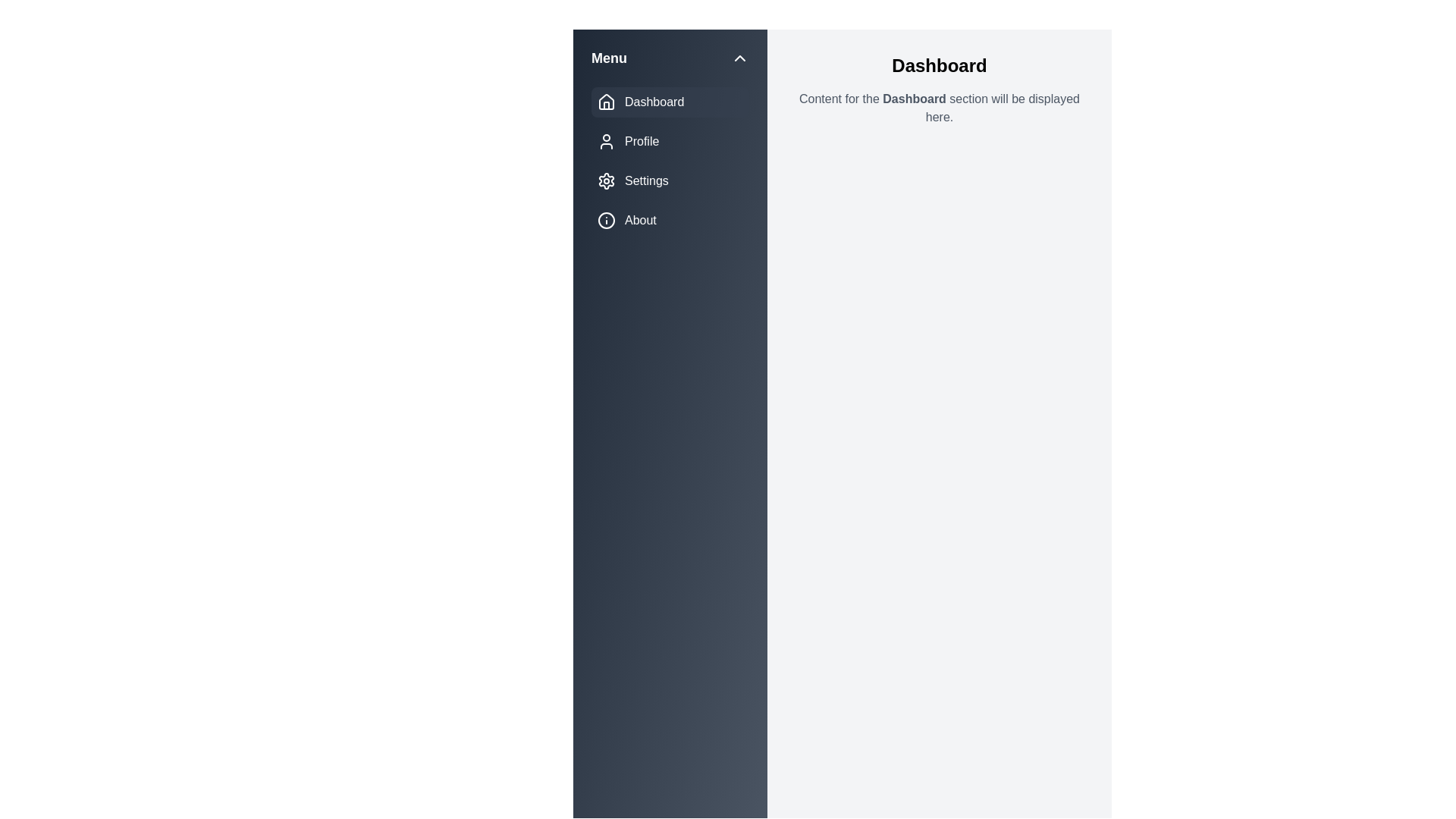 The image size is (1456, 819). Describe the element at coordinates (607, 102) in the screenshot. I see `the house icon located above the 'Profile' and 'Settings' menu items in the sidebar` at that location.